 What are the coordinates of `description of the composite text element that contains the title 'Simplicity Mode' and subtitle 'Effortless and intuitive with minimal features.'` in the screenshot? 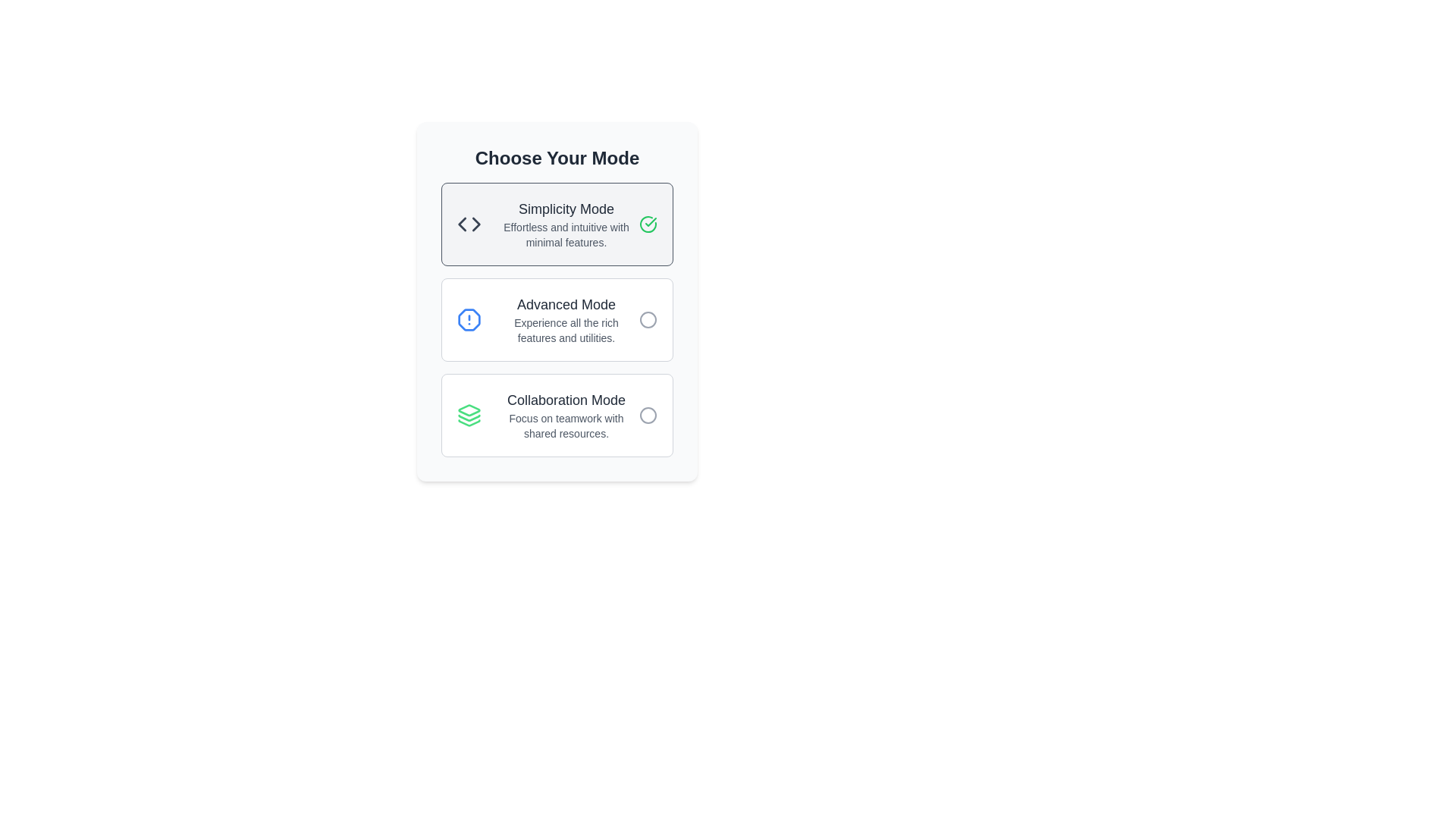 It's located at (566, 224).